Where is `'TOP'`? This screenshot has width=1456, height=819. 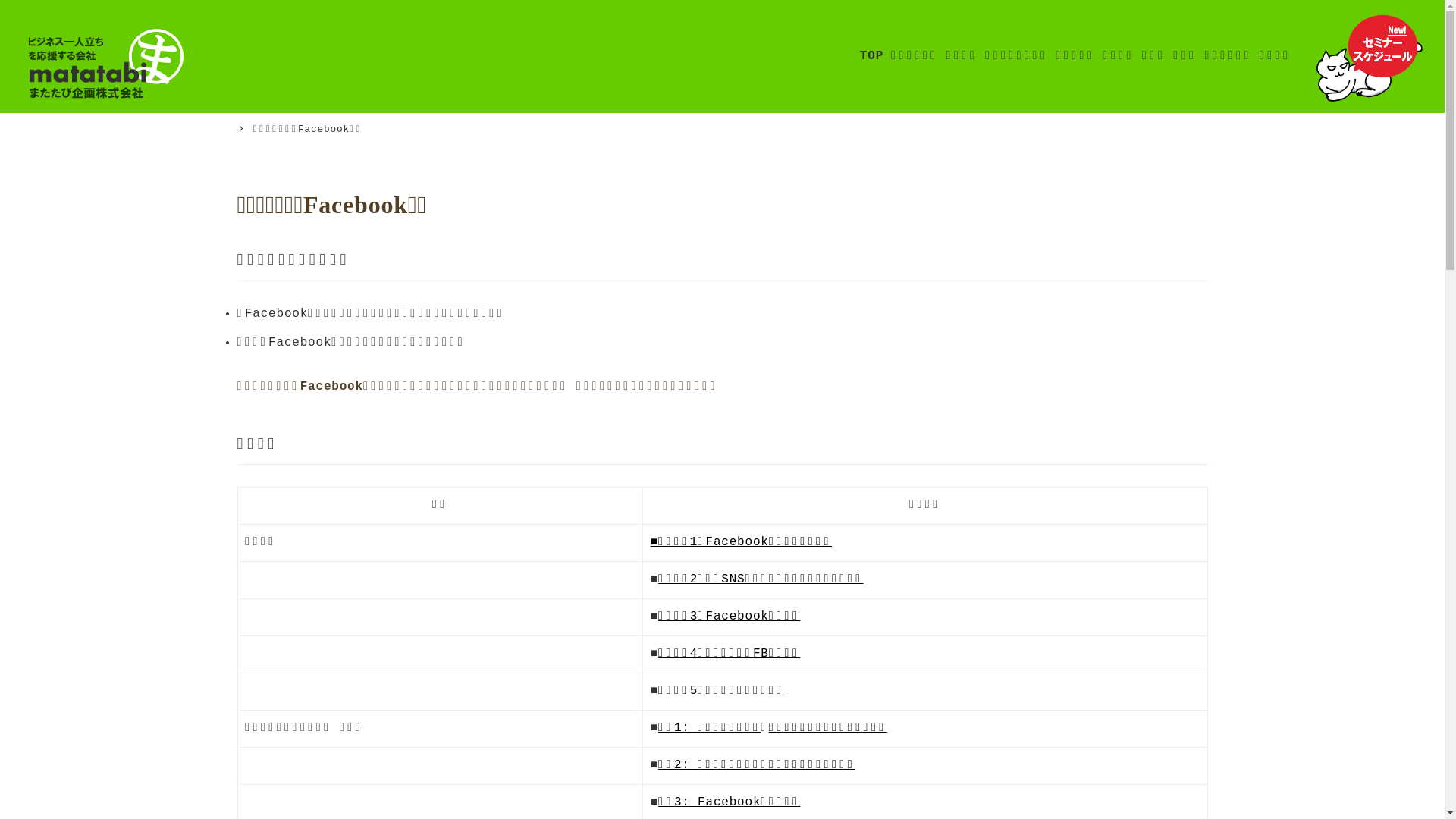 'TOP' is located at coordinates (855, 55).